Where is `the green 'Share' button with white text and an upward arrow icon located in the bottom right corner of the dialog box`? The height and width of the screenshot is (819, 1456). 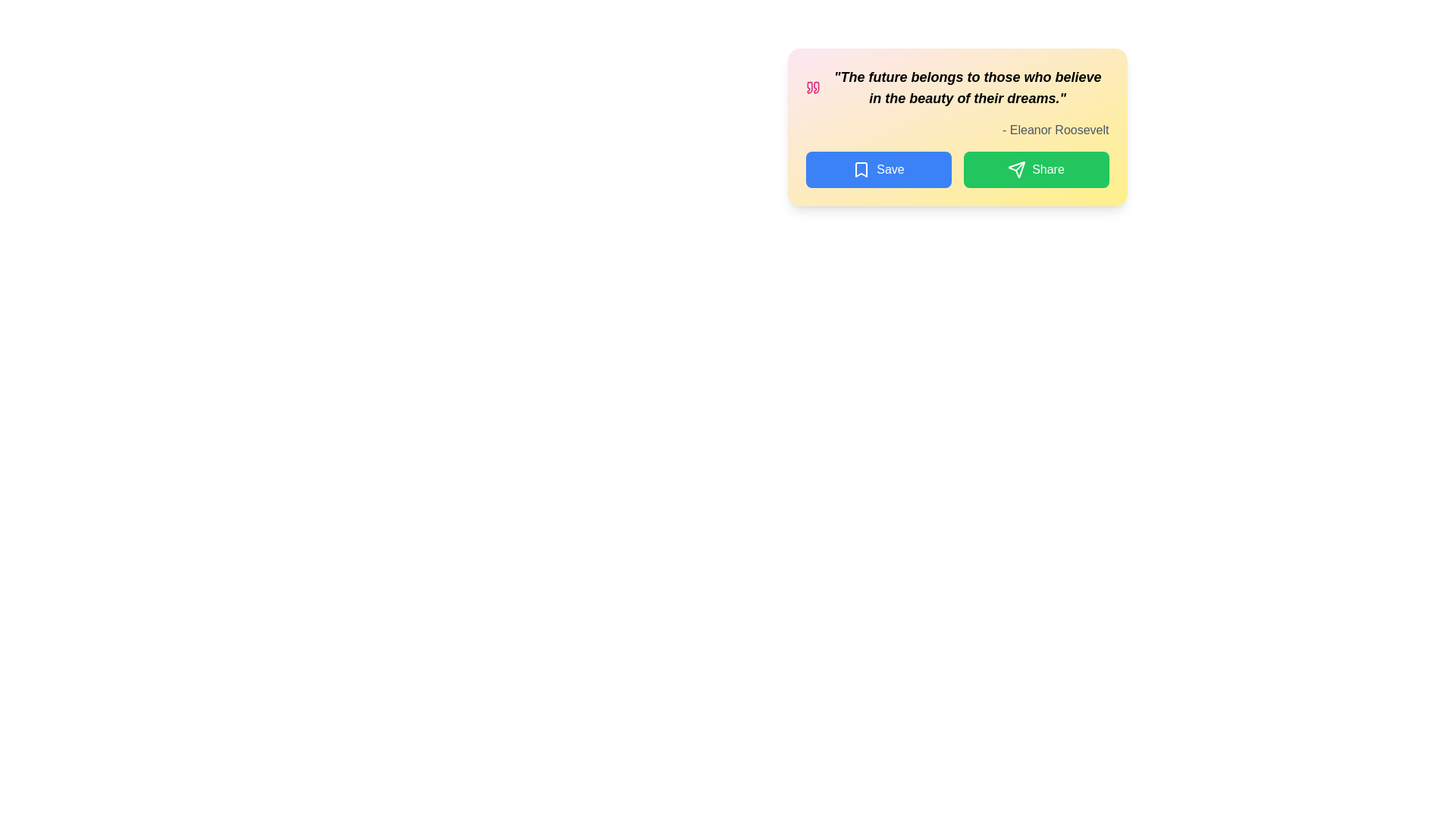
the green 'Share' button with white text and an upward arrow icon located in the bottom right corner of the dialog box is located at coordinates (1035, 169).